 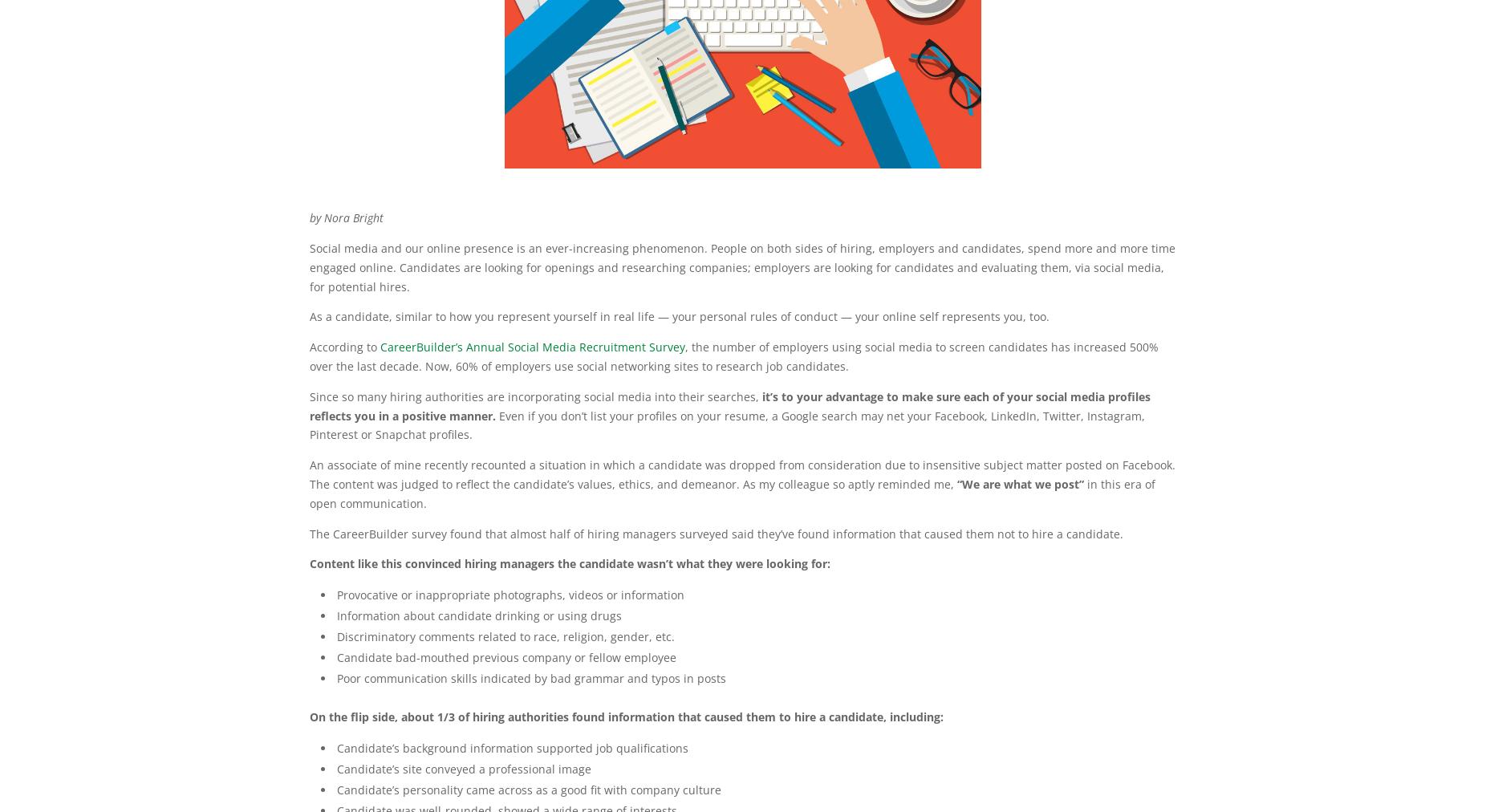 What do you see at coordinates (570, 563) in the screenshot?
I see `'Content like this convinced hiring managers the candidate wasn’t what they were looking for:'` at bounding box center [570, 563].